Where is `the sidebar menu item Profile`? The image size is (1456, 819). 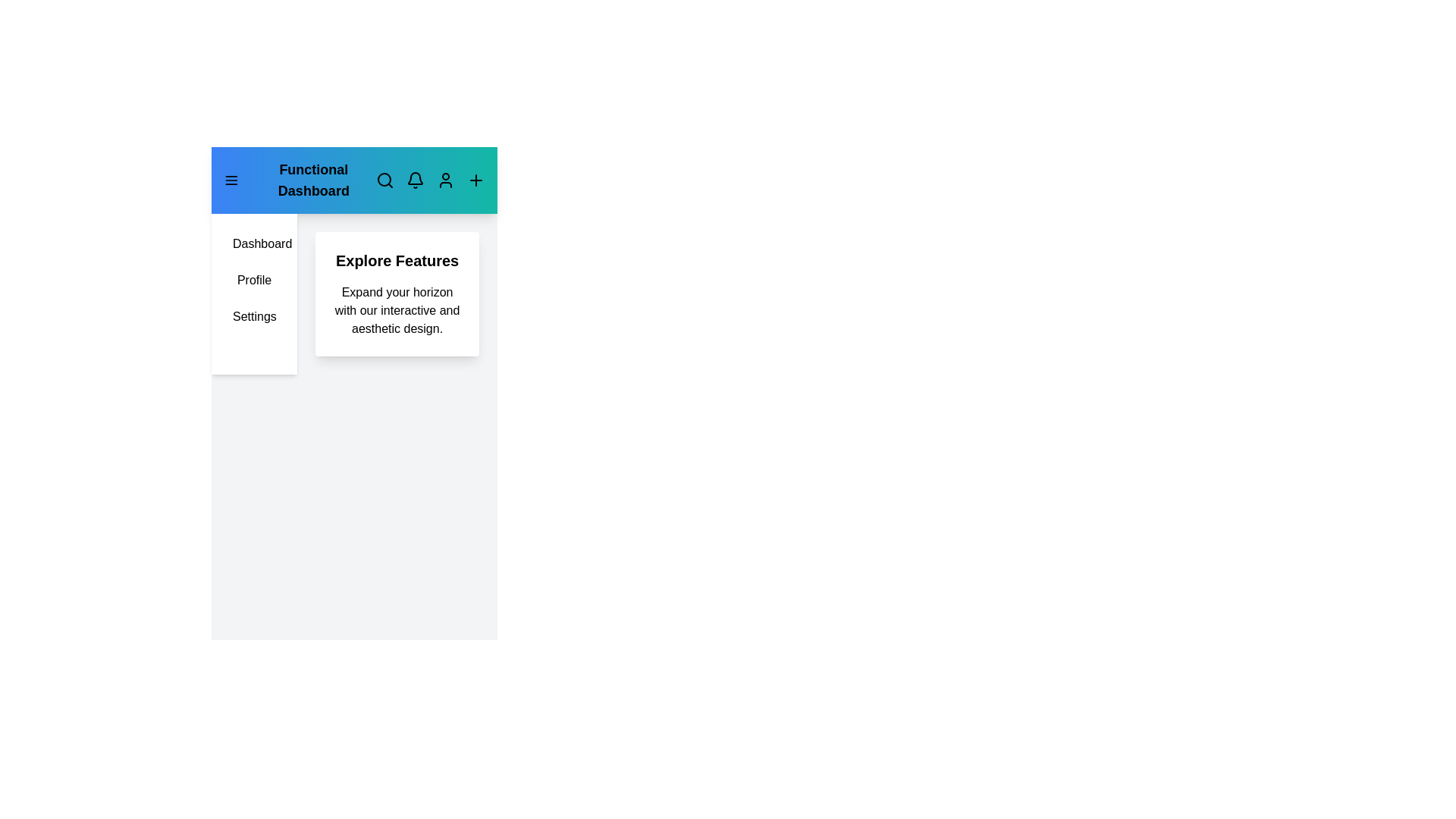
the sidebar menu item Profile is located at coordinates (254, 281).